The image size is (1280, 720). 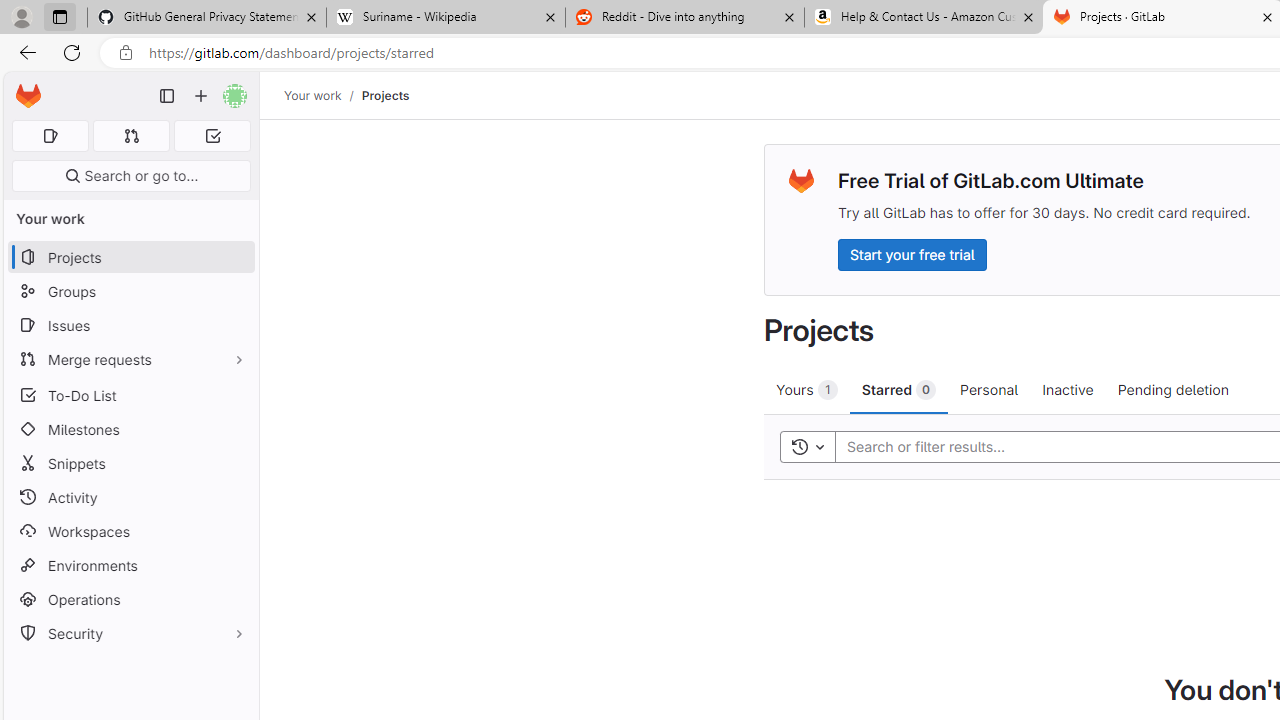 What do you see at coordinates (130, 633) in the screenshot?
I see `'Security'` at bounding box center [130, 633].